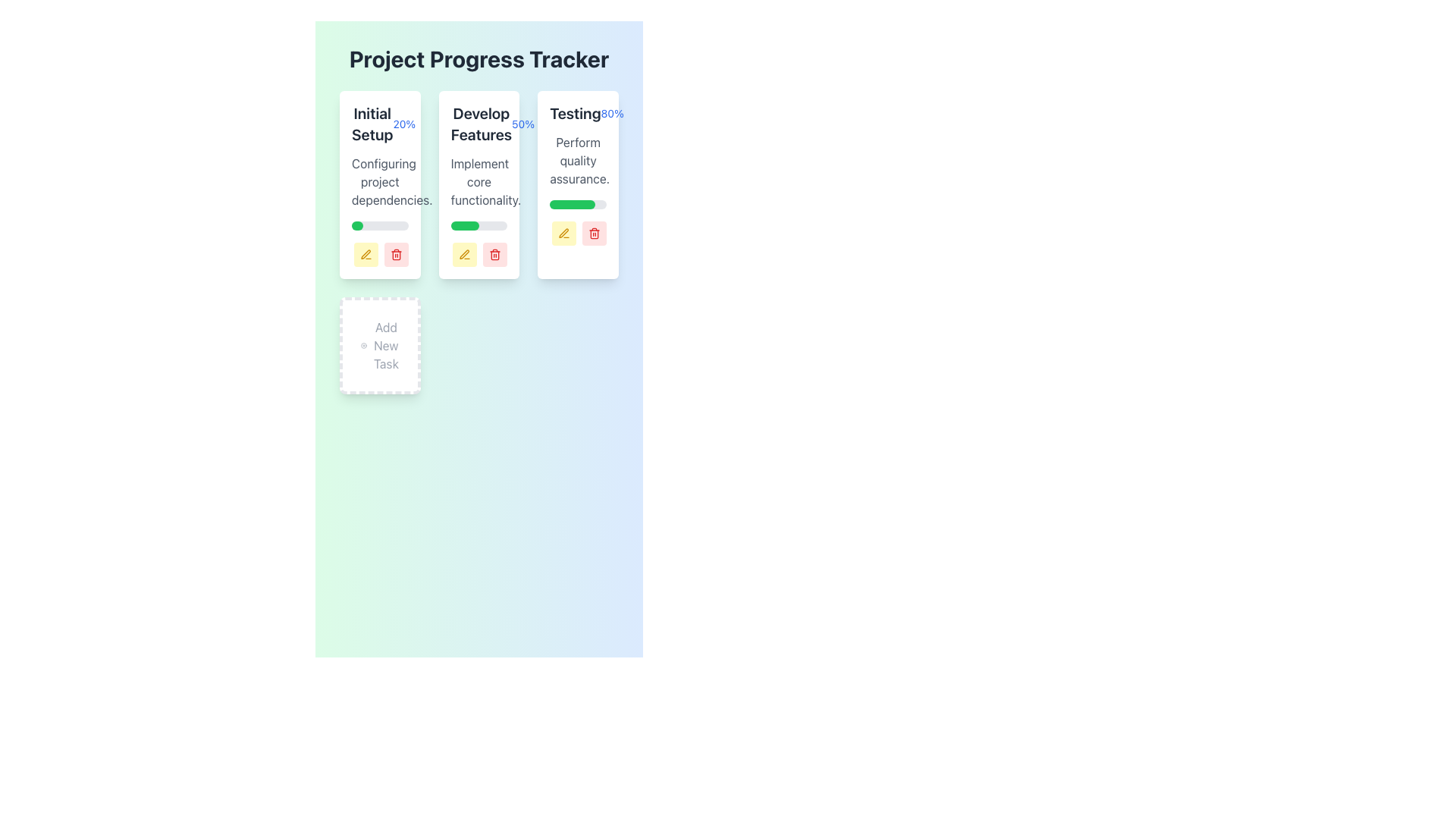 The width and height of the screenshot is (1456, 819). Describe the element at coordinates (479, 124) in the screenshot. I see `the Text Label that provides information about the task title and its completion percentage within the 'Develop Features' card in the project's progress tracking section` at that location.